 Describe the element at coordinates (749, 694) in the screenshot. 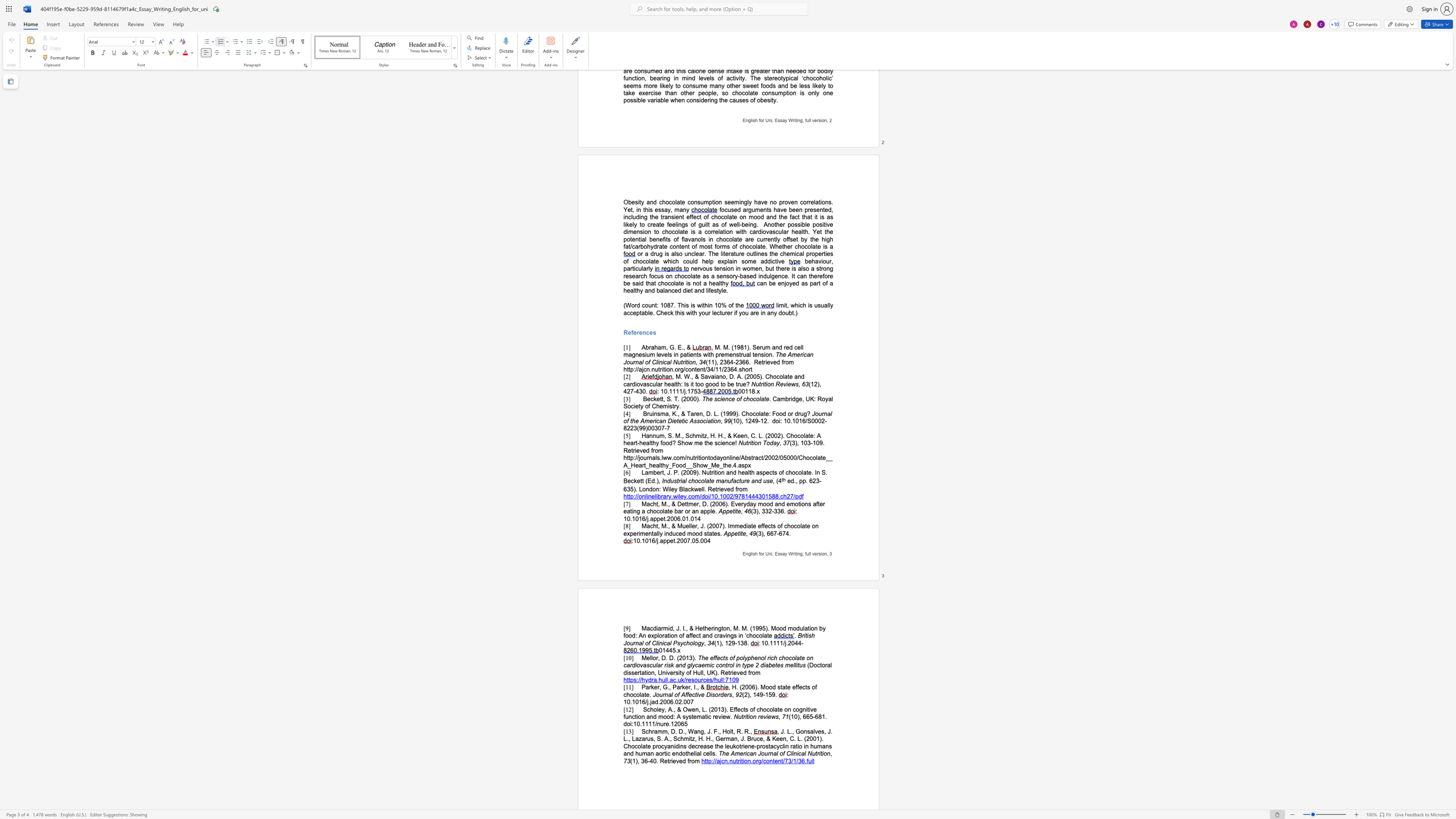

I see `the space between the continuous character ")" and "," in the text` at that location.